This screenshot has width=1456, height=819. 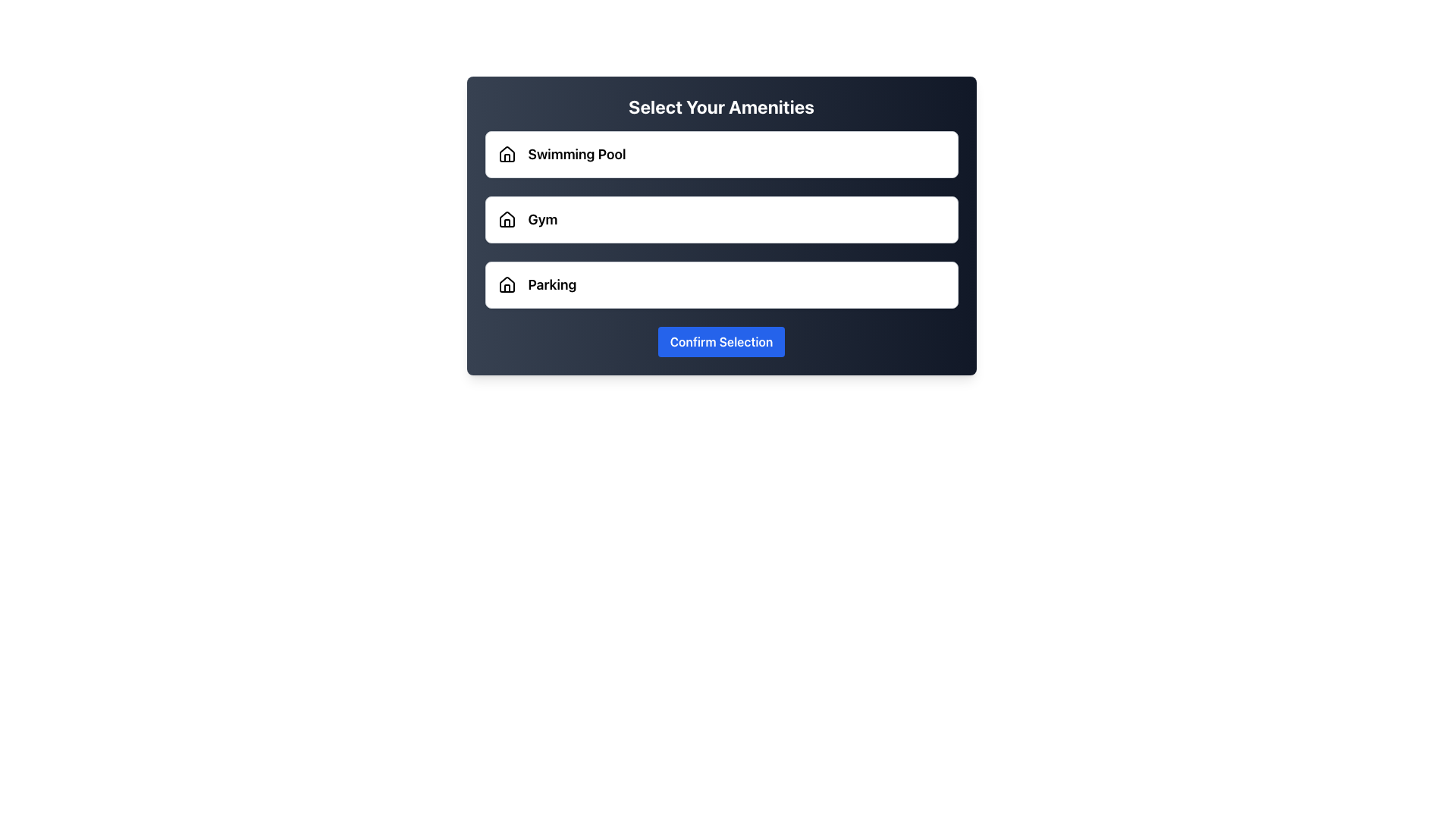 I want to click on the 'Parking' SVG icon, which is the leftmost icon in the third row of options, so click(x=507, y=284).